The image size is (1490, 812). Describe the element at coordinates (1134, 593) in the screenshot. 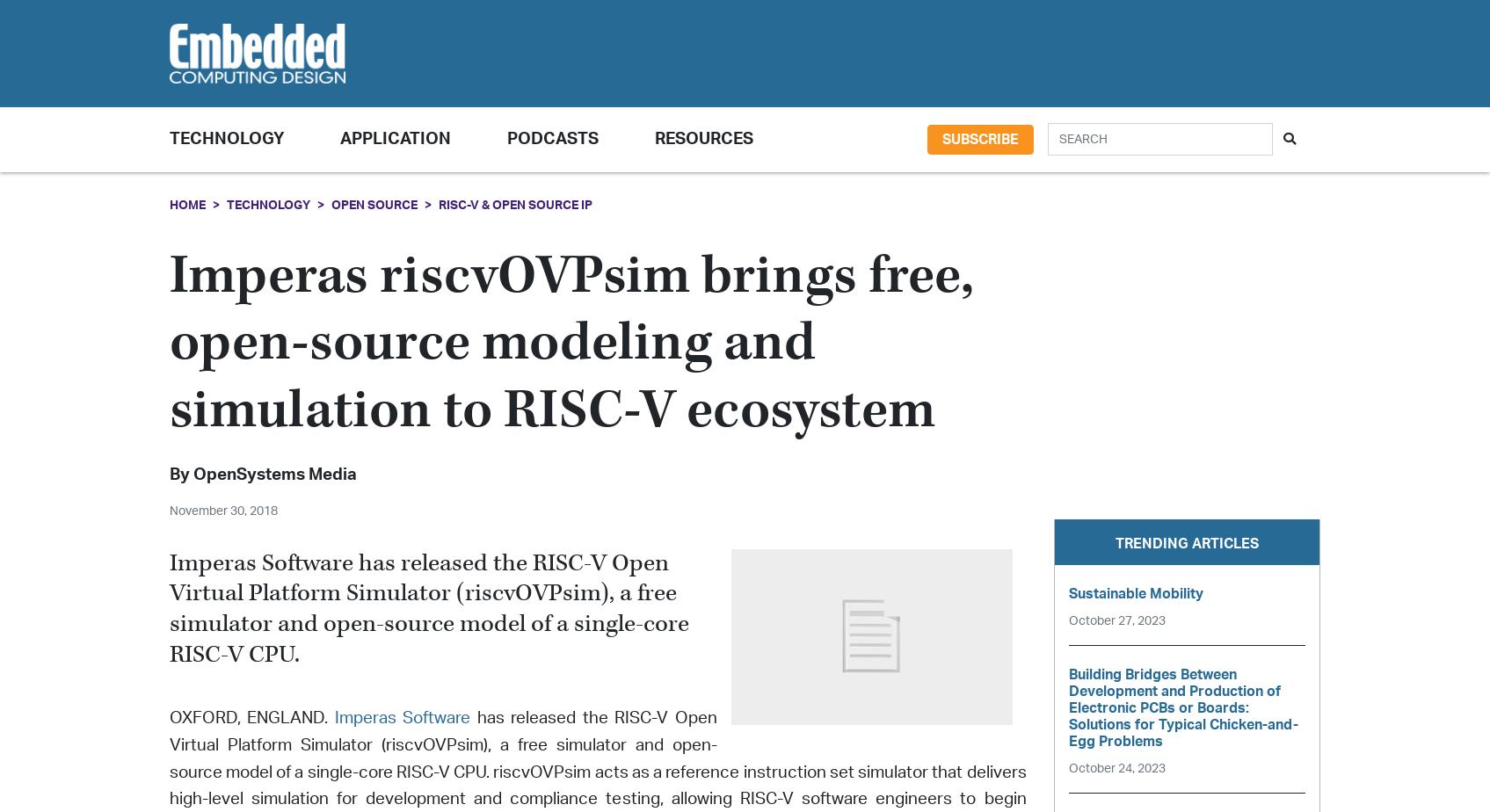

I see `'Sustainable Mobility'` at that location.